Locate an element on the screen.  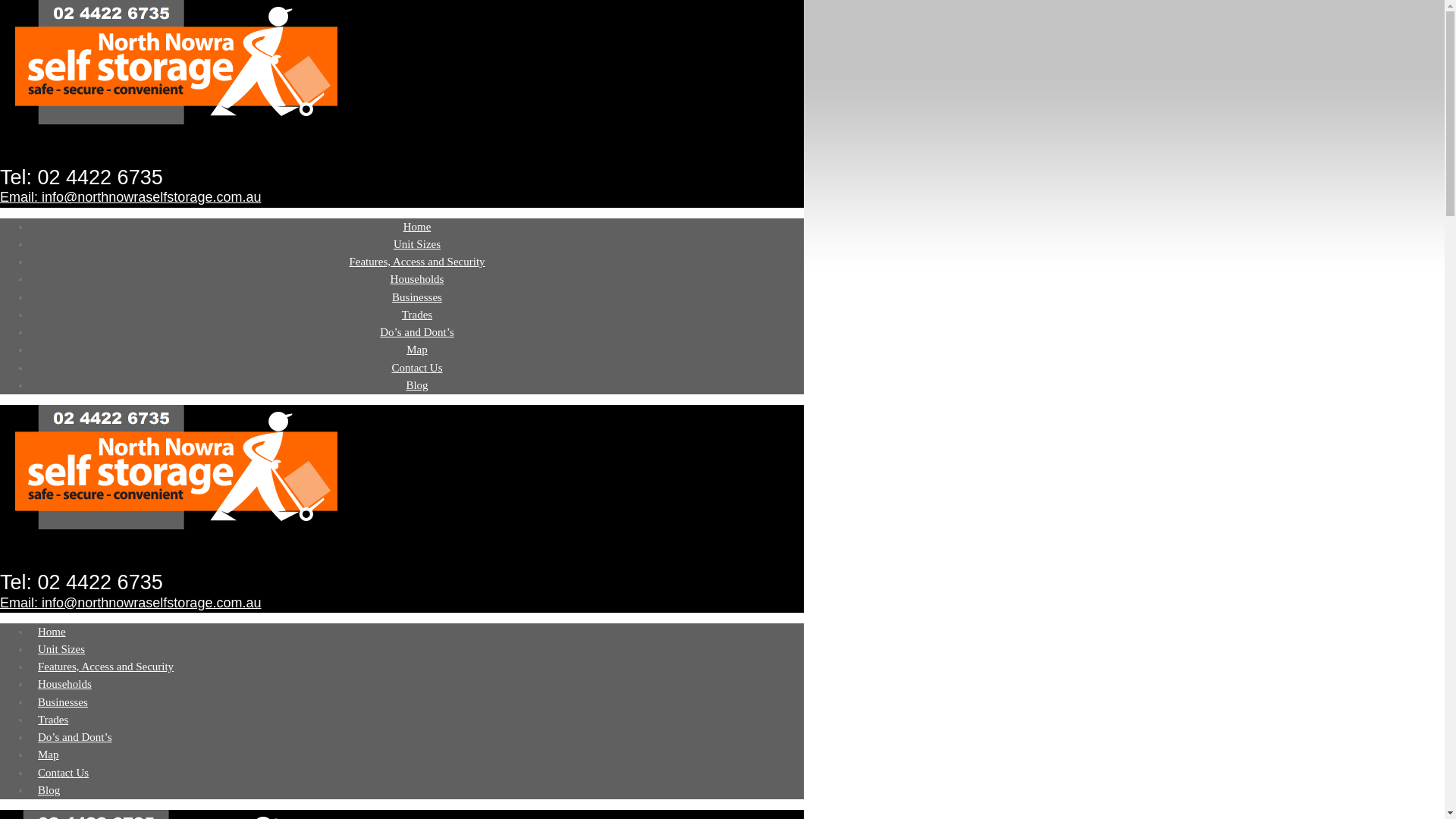
'Tel: 02 4422 6735' is located at coordinates (0, 177).